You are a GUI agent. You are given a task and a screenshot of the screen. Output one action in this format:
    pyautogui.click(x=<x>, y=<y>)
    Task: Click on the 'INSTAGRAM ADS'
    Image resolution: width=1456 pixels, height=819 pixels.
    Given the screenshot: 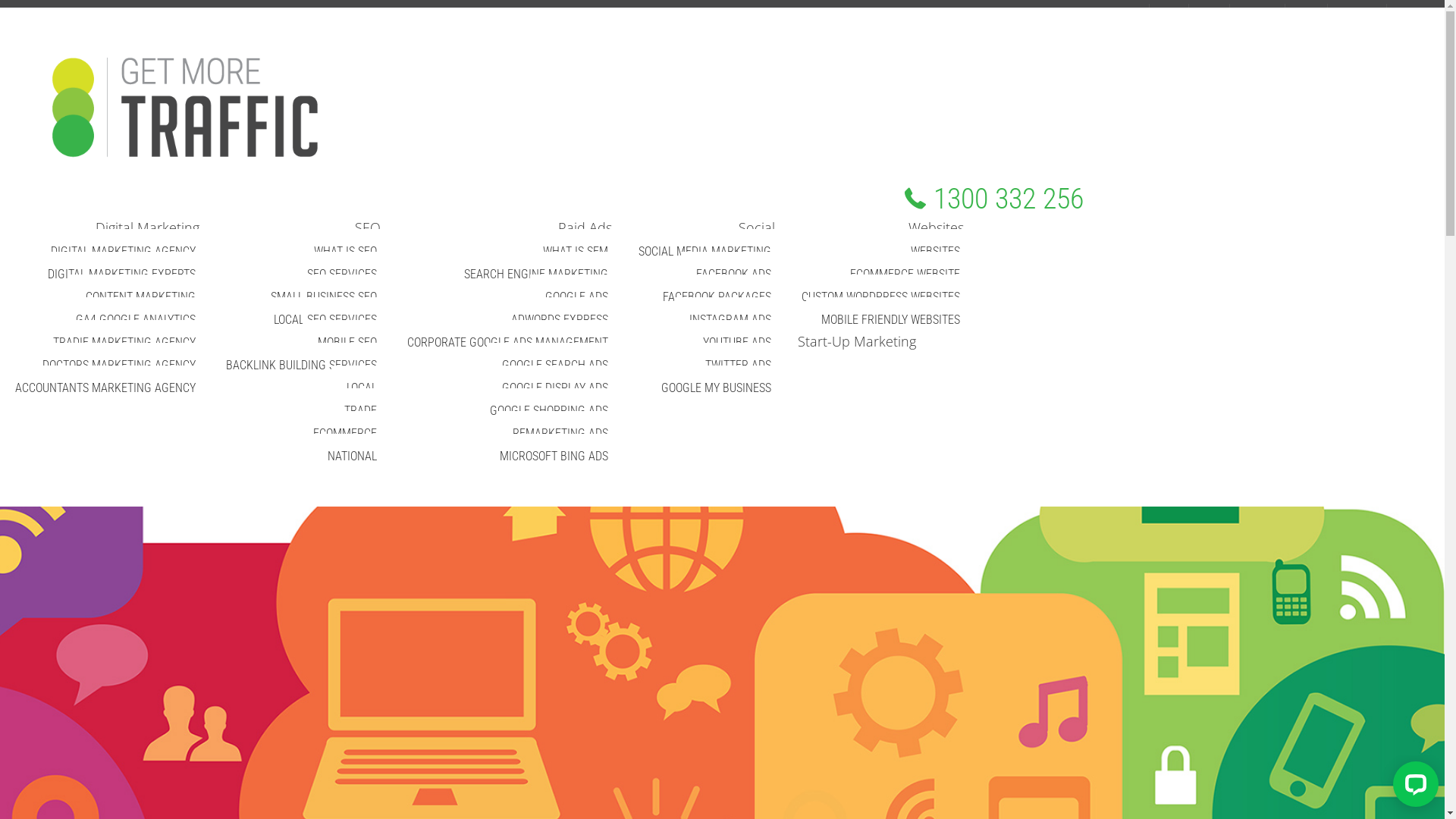 What is the action you would take?
    pyautogui.click(x=730, y=318)
    